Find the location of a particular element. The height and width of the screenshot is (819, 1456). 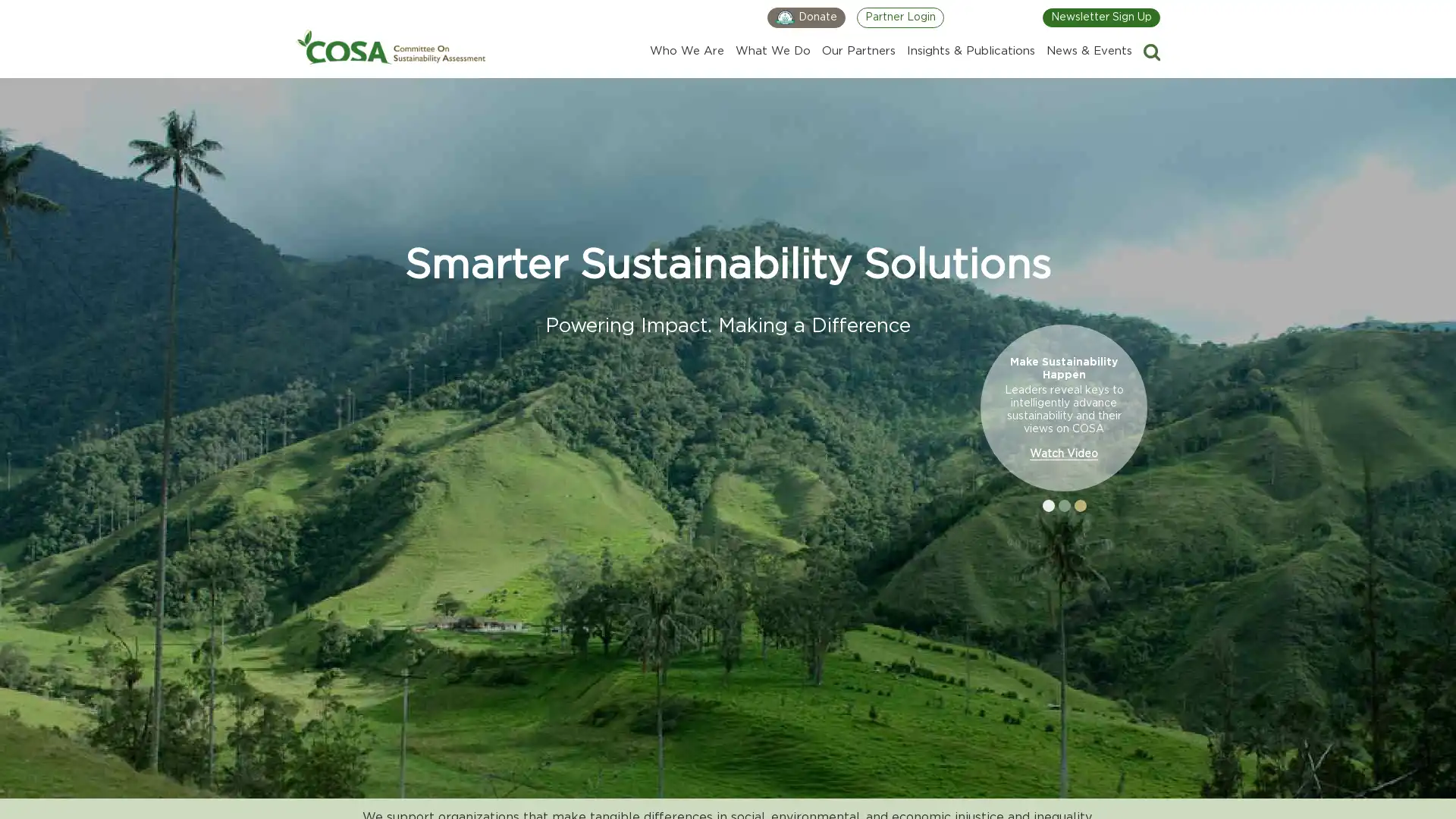

Search is located at coordinates (1151, 51).